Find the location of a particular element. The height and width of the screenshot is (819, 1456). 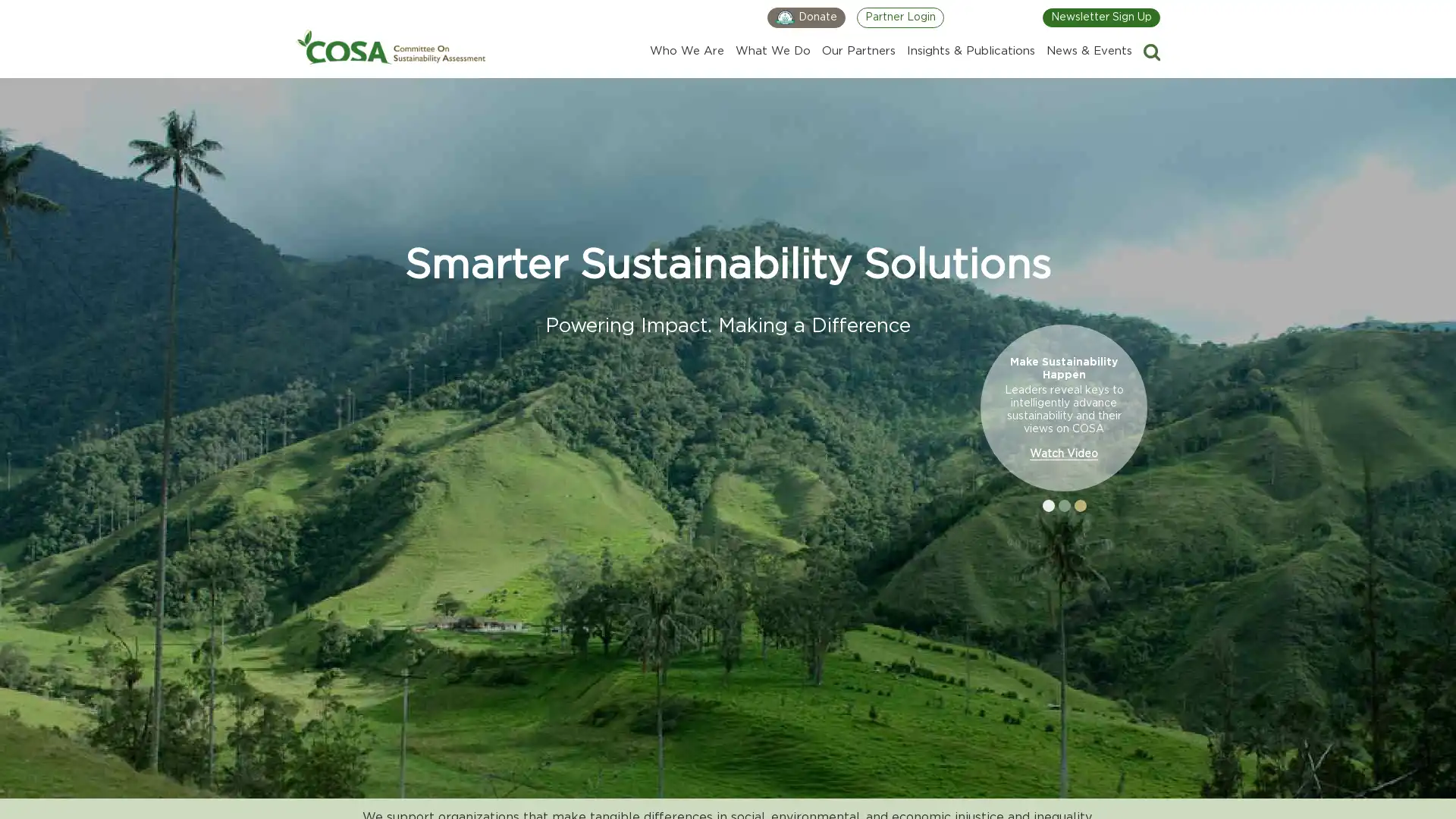

Search is located at coordinates (1151, 51).